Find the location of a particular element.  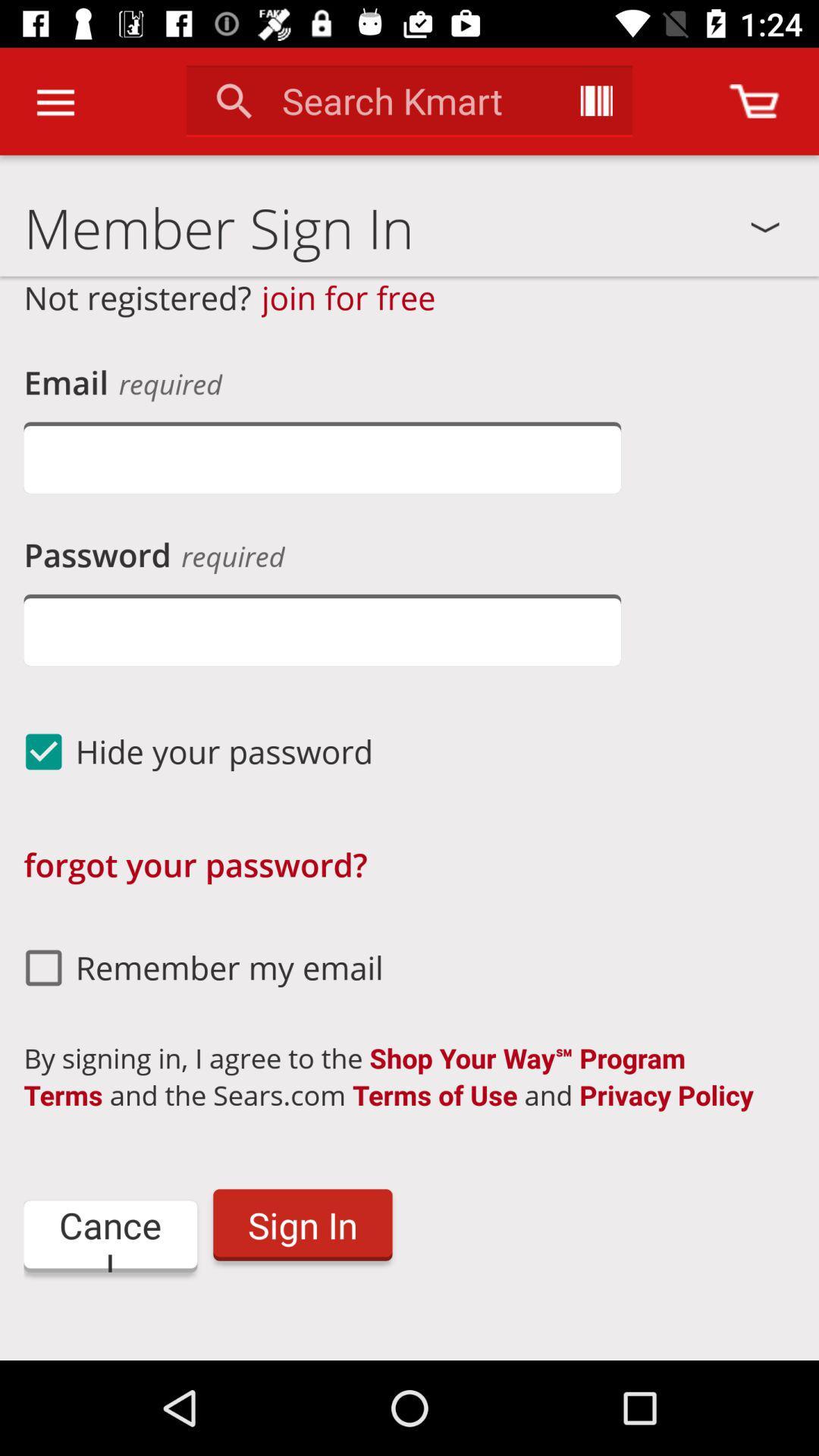

put your email address here is located at coordinates (322, 457).